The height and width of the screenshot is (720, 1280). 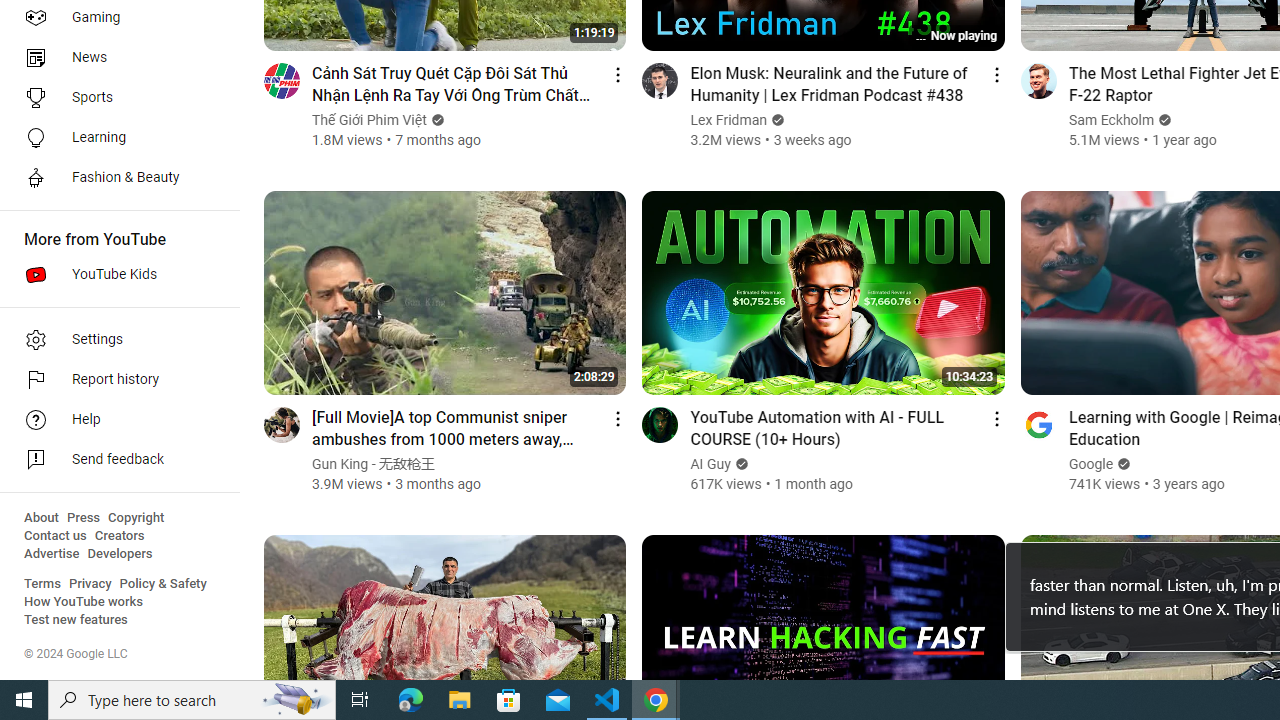 What do you see at coordinates (82, 517) in the screenshot?
I see `'Press'` at bounding box center [82, 517].